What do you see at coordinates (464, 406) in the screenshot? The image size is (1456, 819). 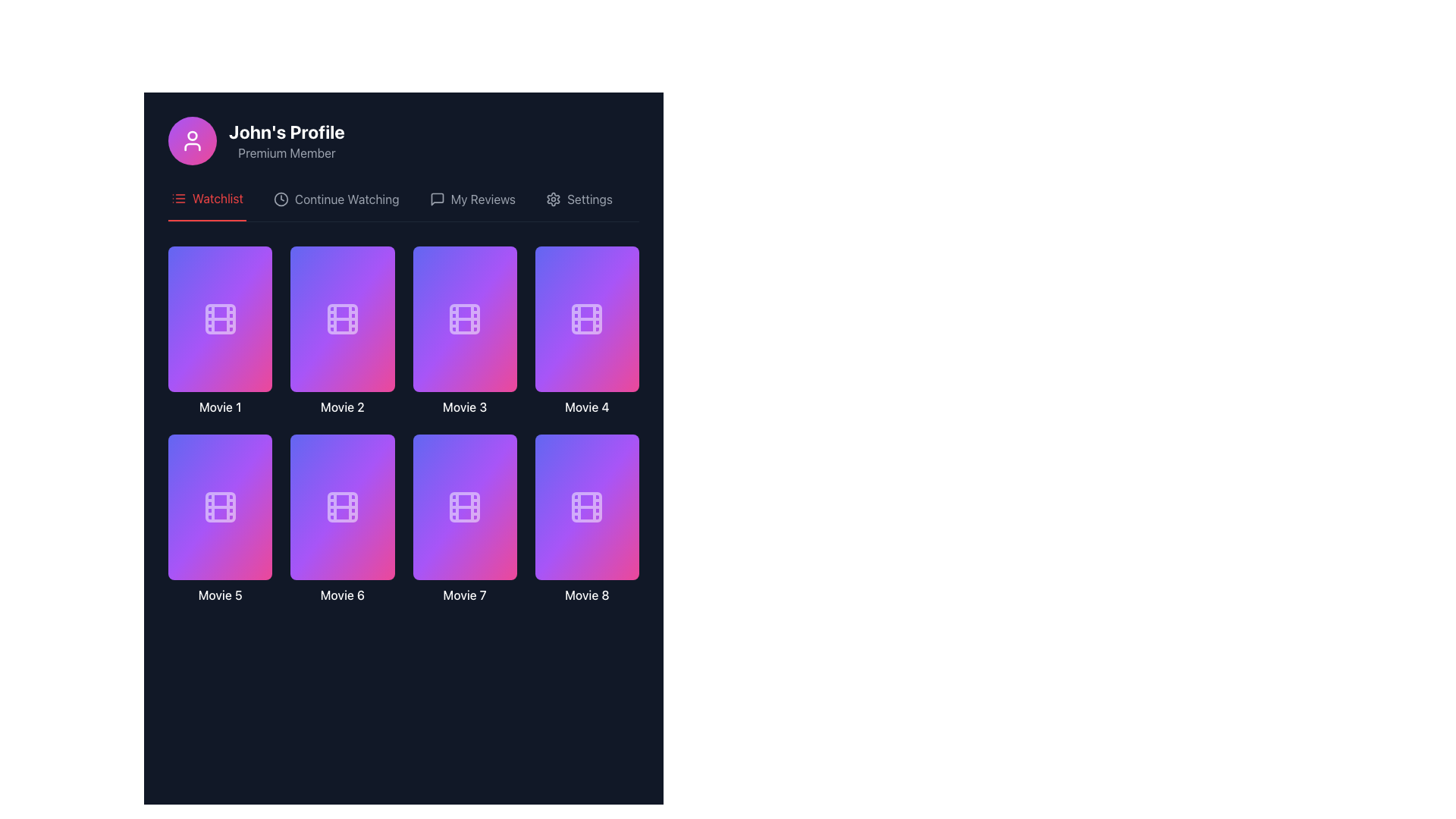 I see `the text label reading 'Movie 3' which is located below the central visual of the card in the second row, first column of a movie grid layout` at bounding box center [464, 406].